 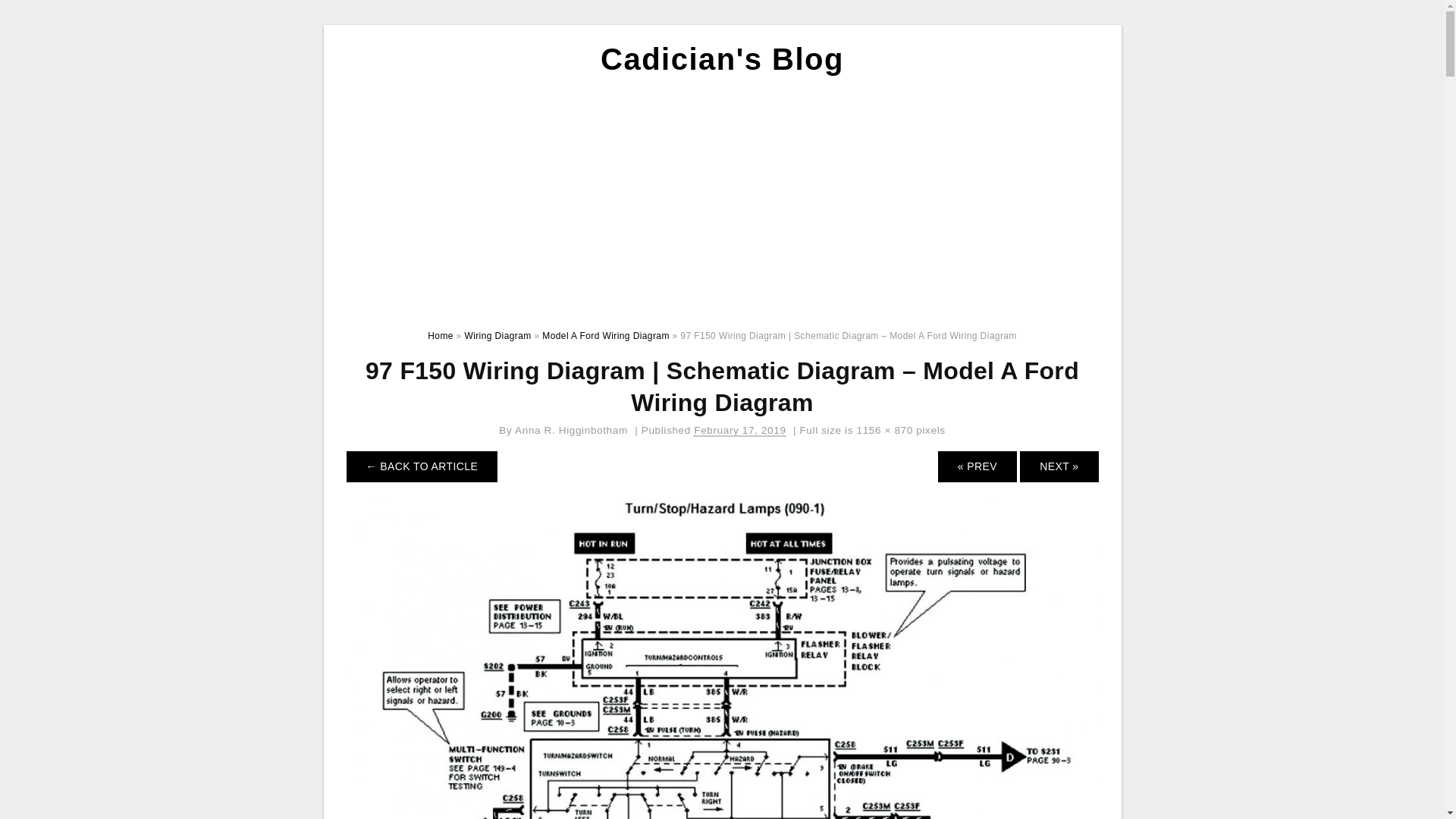 What do you see at coordinates (604, 335) in the screenshot?
I see `'Model A Ford Wiring Diagram'` at bounding box center [604, 335].